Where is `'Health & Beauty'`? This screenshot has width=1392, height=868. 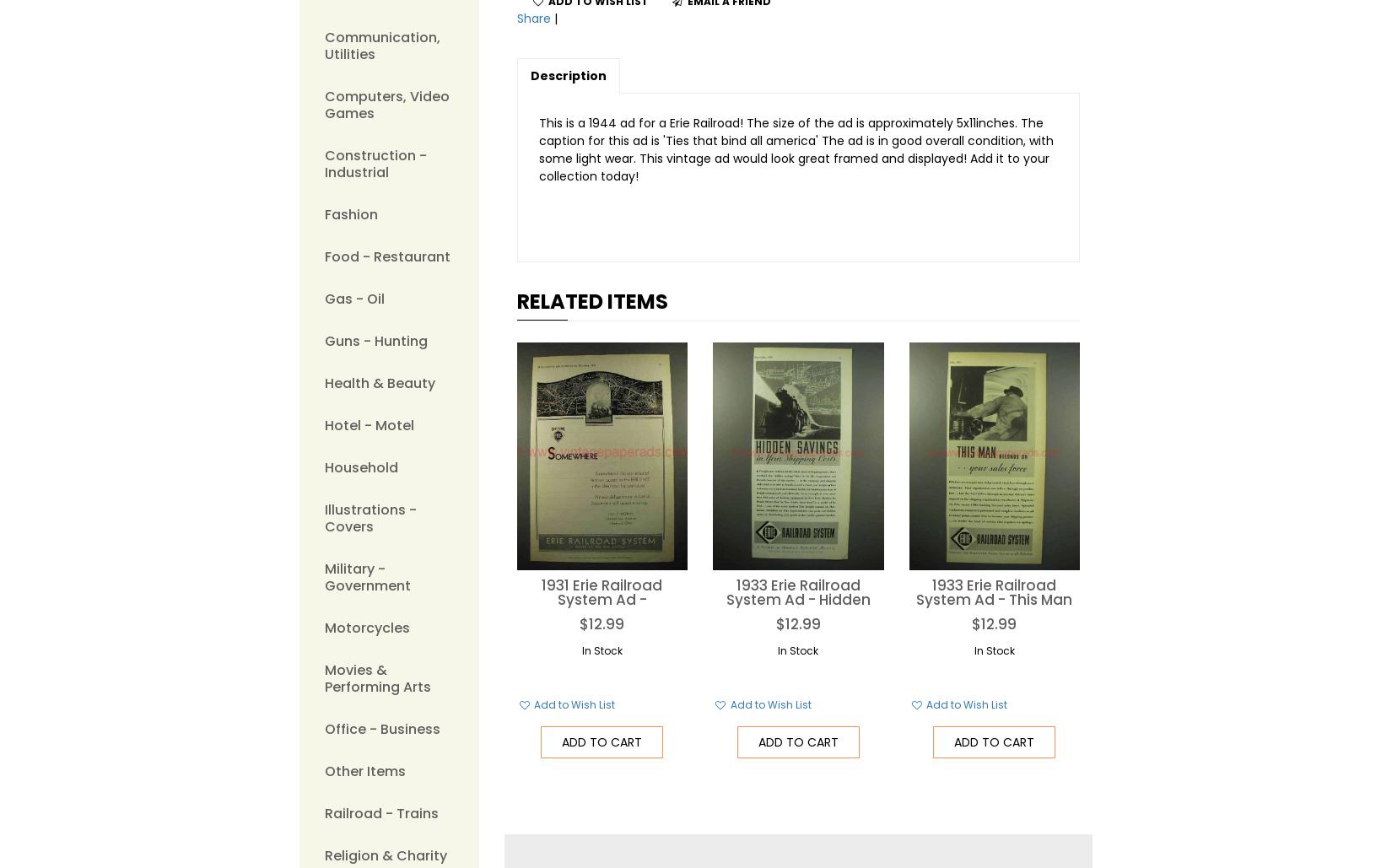 'Health & Beauty' is located at coordinates (379, 383).